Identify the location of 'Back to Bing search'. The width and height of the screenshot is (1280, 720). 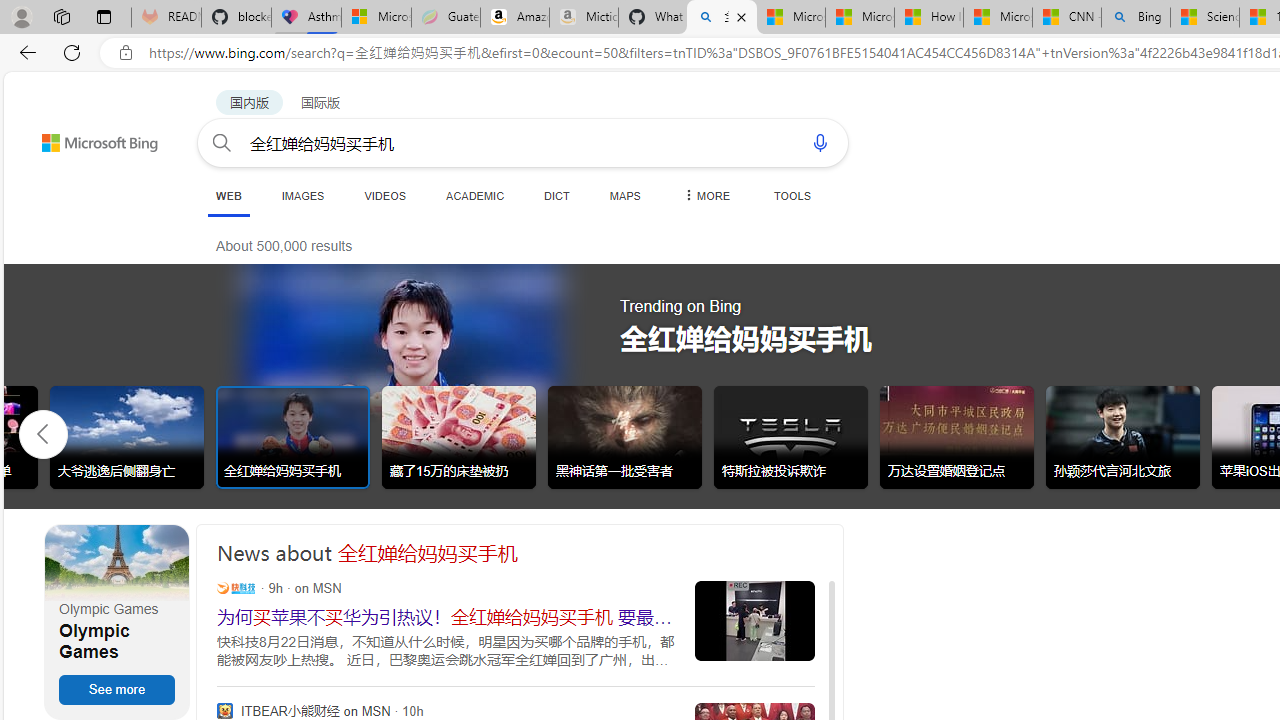
(86, 137).